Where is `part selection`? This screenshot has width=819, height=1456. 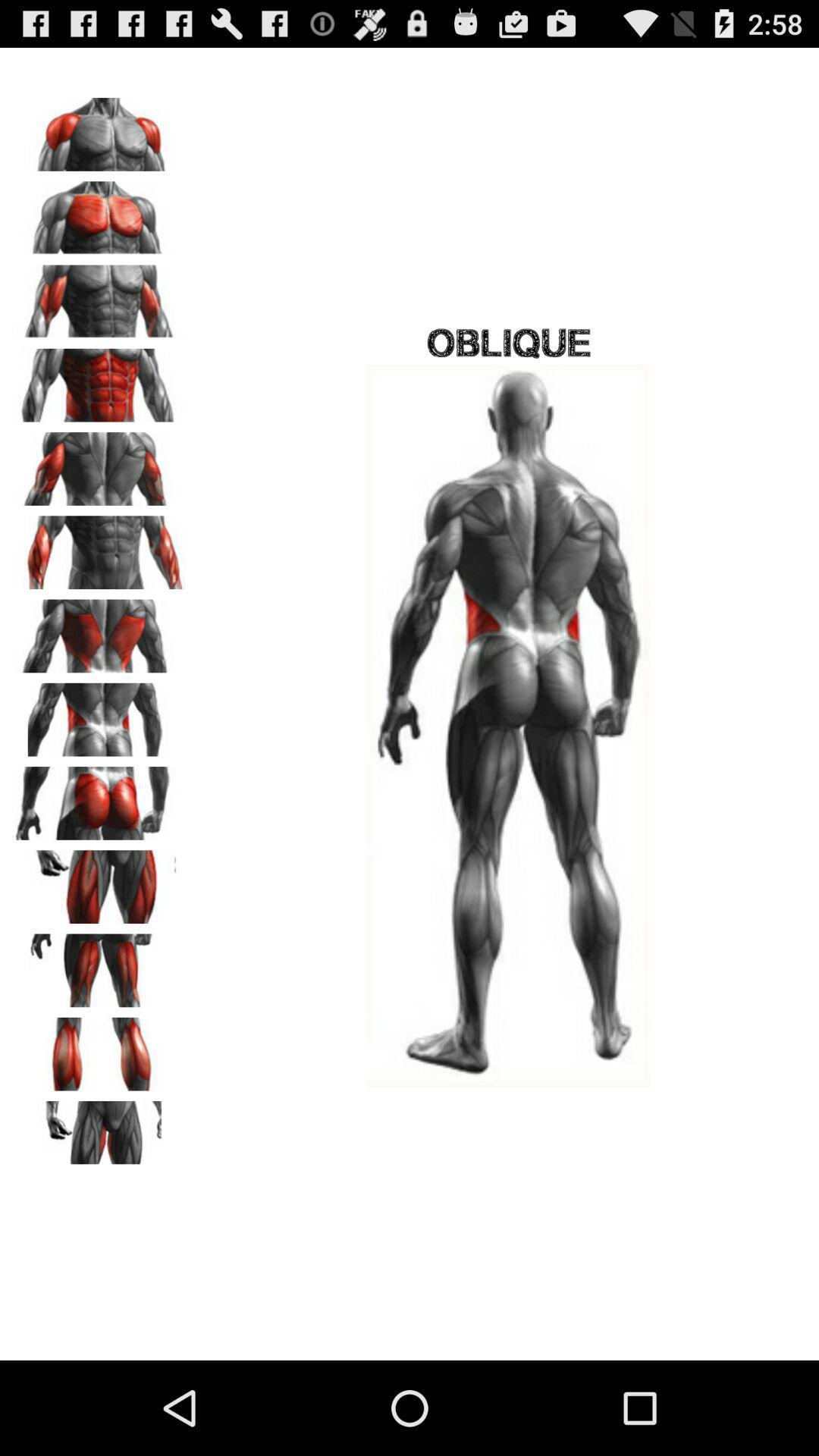
part selection is located at coordinates (99, 631).